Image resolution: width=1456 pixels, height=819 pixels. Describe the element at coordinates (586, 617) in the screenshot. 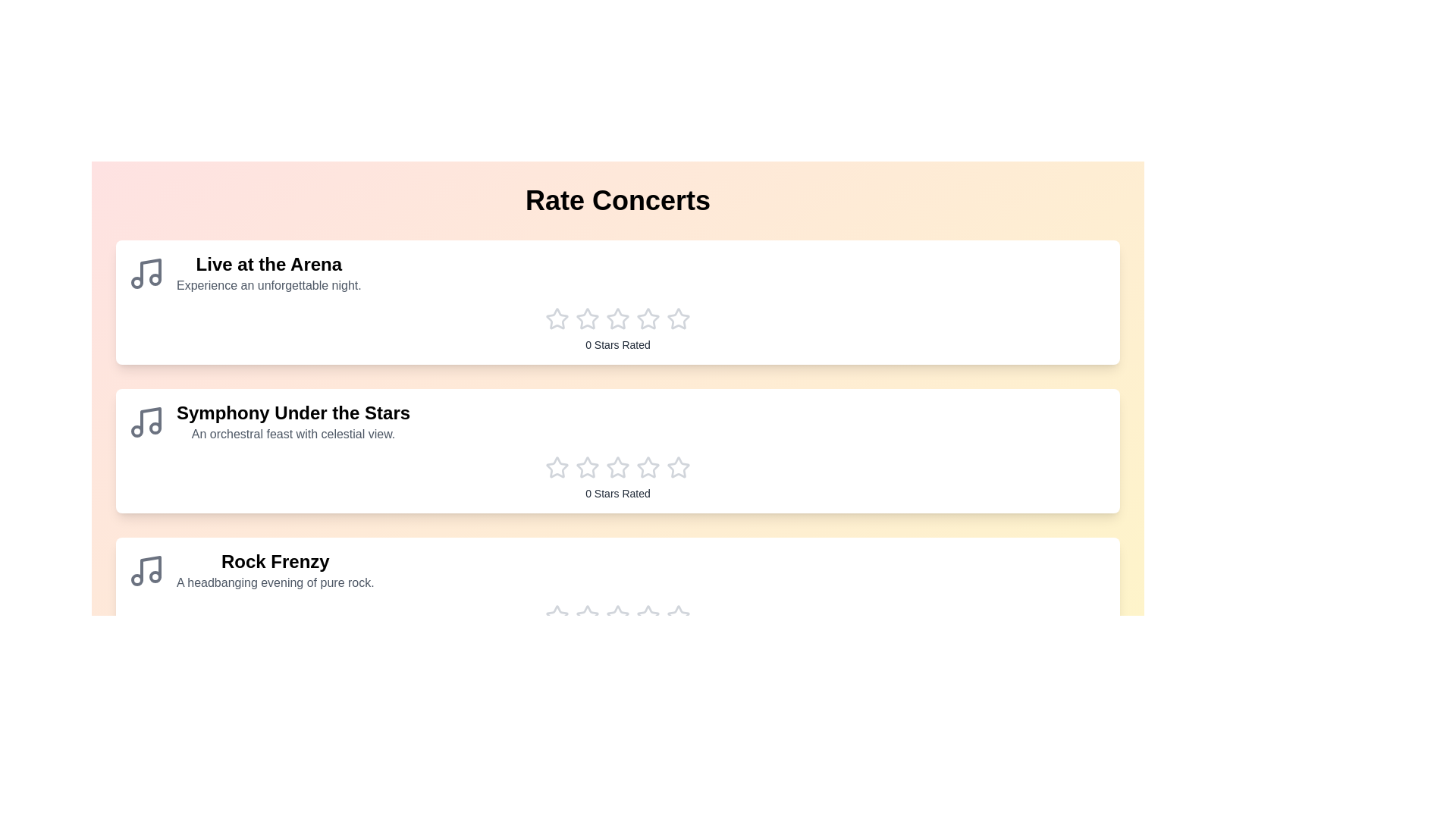

I see `the star corresponding to the rating 2 for the concert Rock Frenzy` at that location.